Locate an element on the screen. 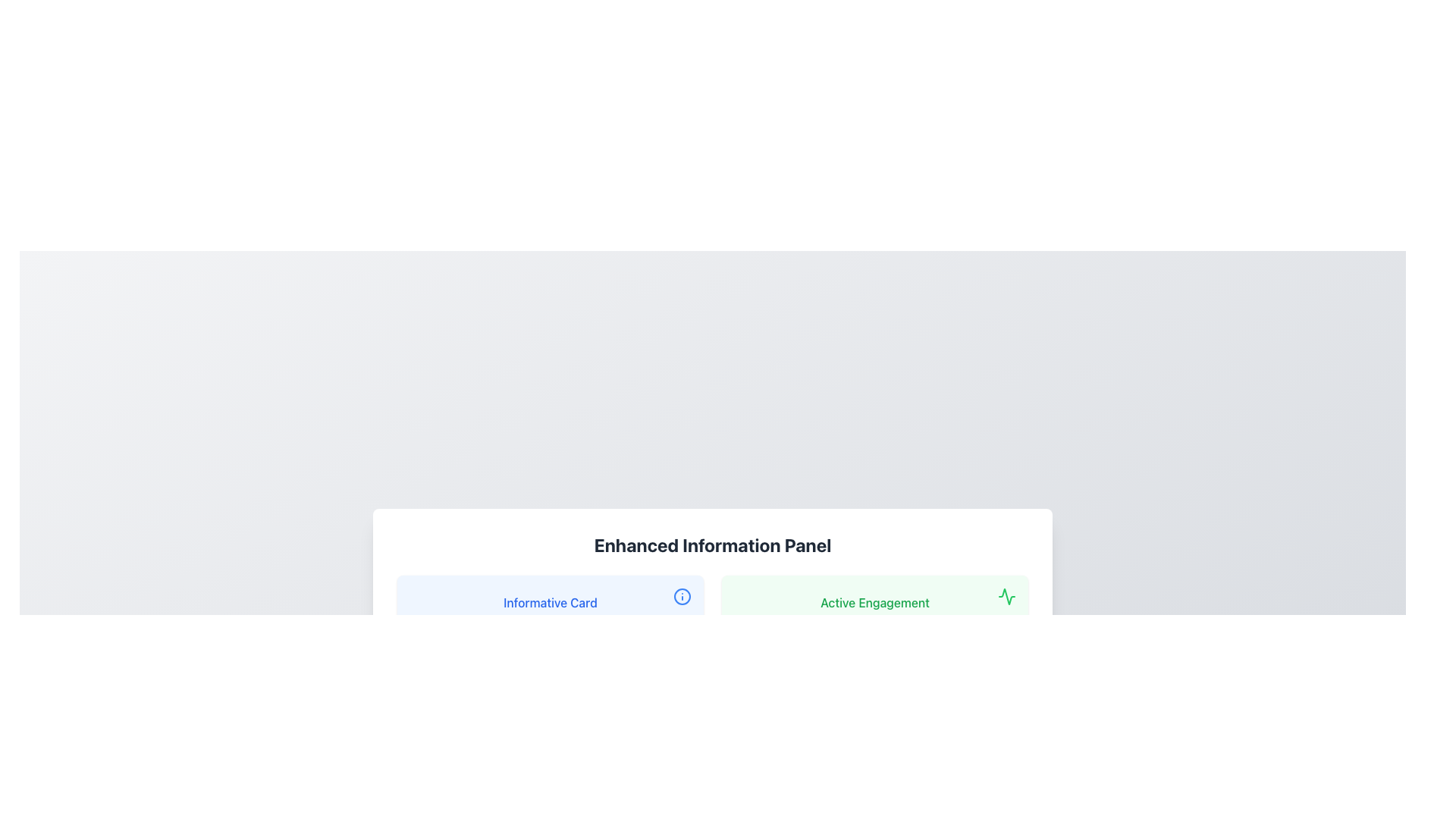  the Text Label in the Enhanced Information Panel, which serves as a title or header for its corresponding section, located at the top right segment above the description text and to the left of a small green circular icon is located at coordinates (874, 601).